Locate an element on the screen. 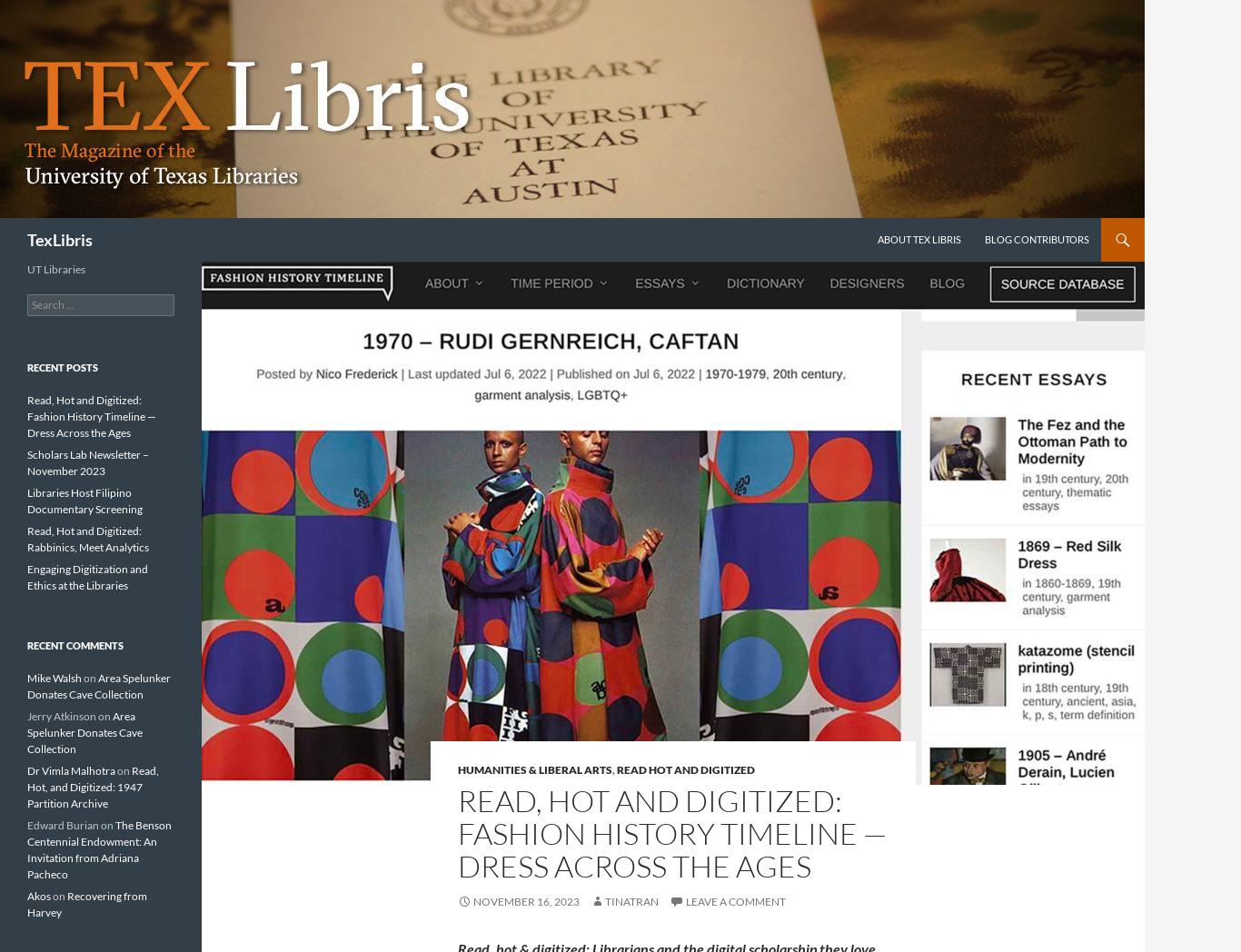 Image resolution: width=1241 pixels, height=952 pixels. 'Read Hot and Digitized' is located at coordinates (685, 769).